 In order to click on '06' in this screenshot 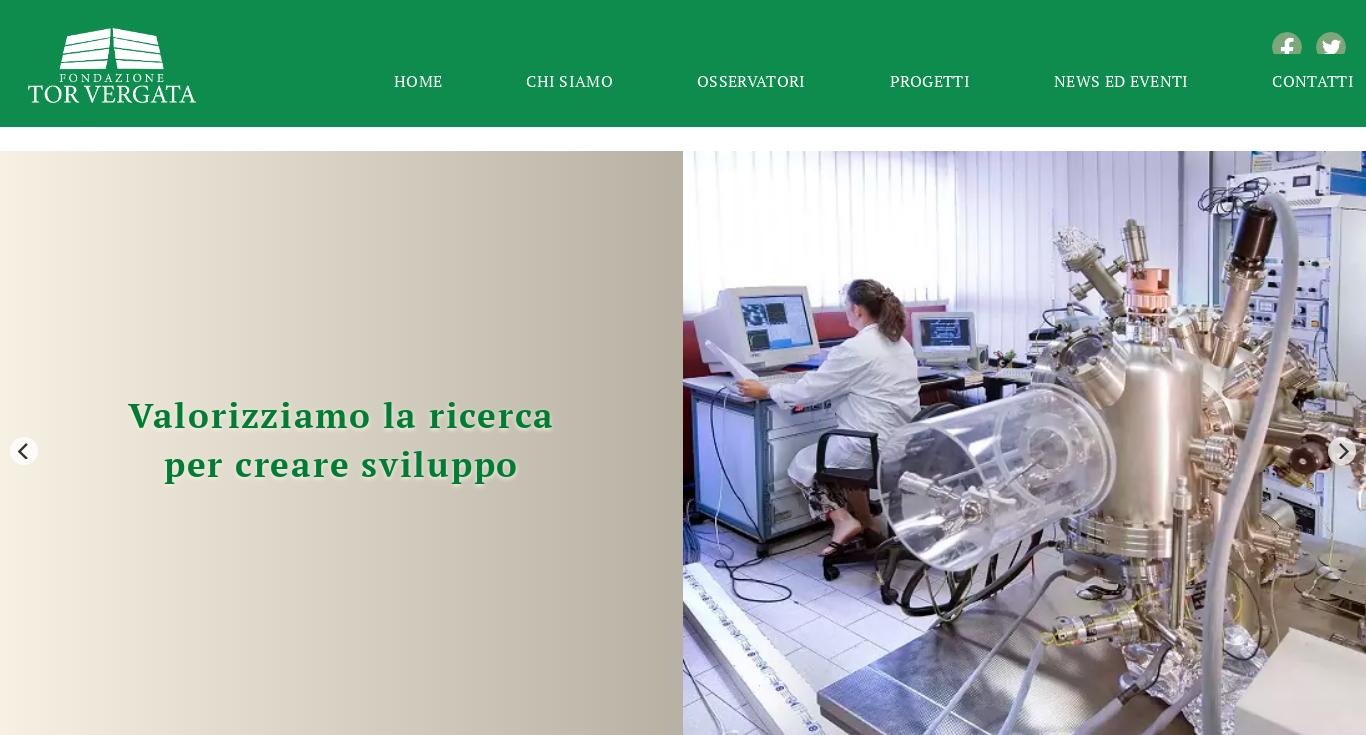, I will do `click(764, 647)`.